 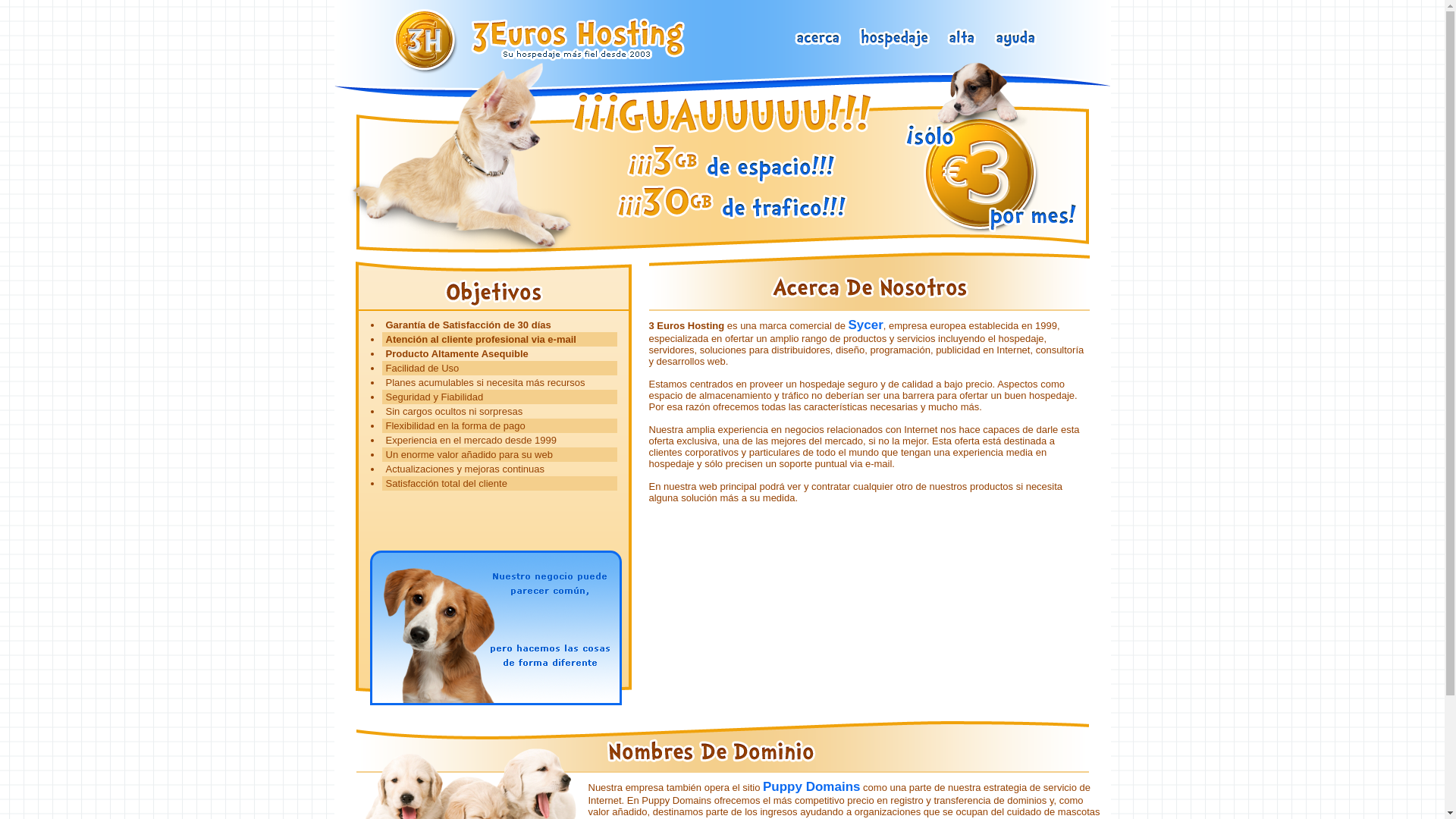 I want to click on 'hospedaje', so click(x=895, y=38).